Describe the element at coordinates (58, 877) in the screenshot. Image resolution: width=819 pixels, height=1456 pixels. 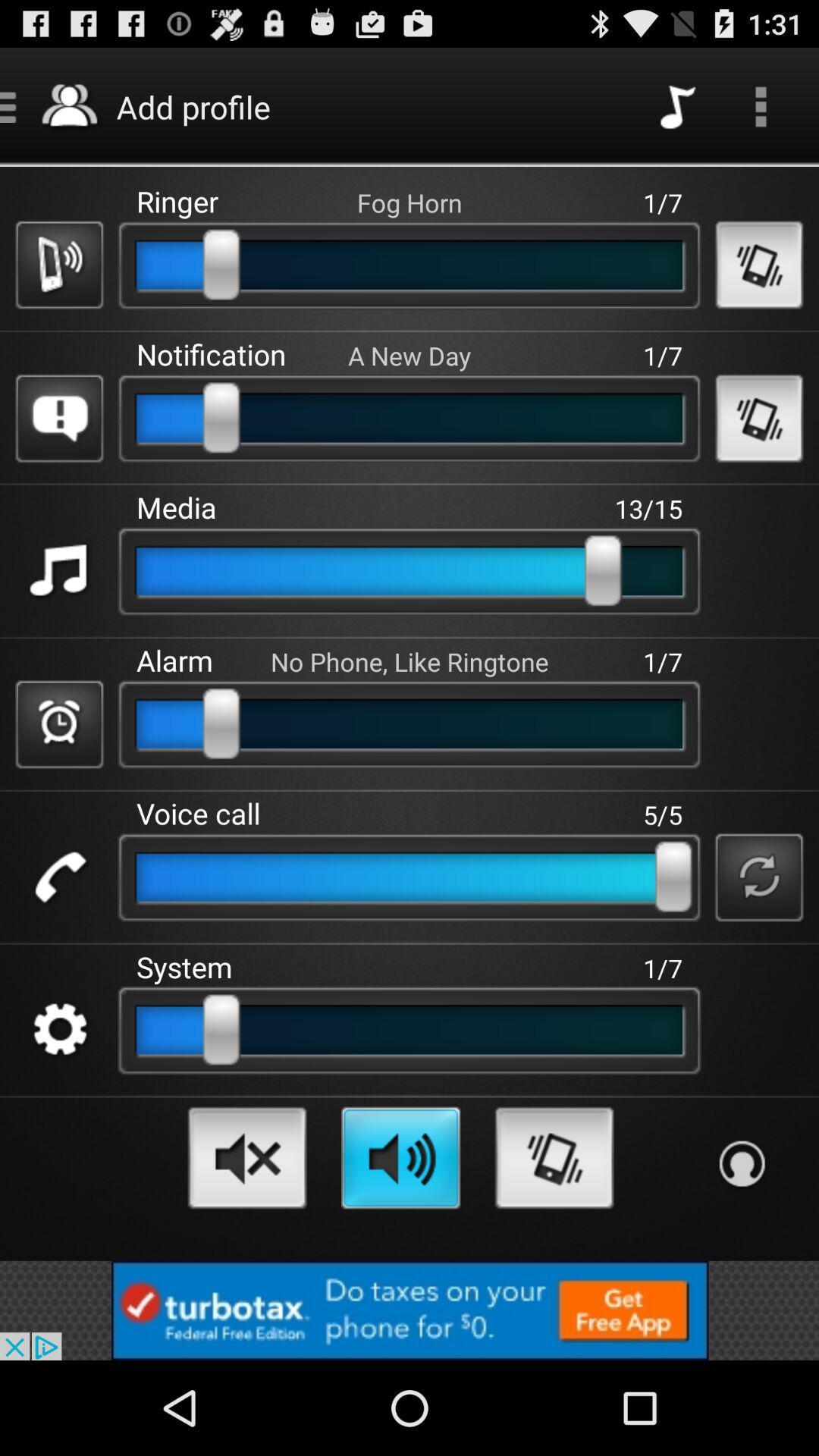
I see `the voice call icon which is below the alarm` at that location.